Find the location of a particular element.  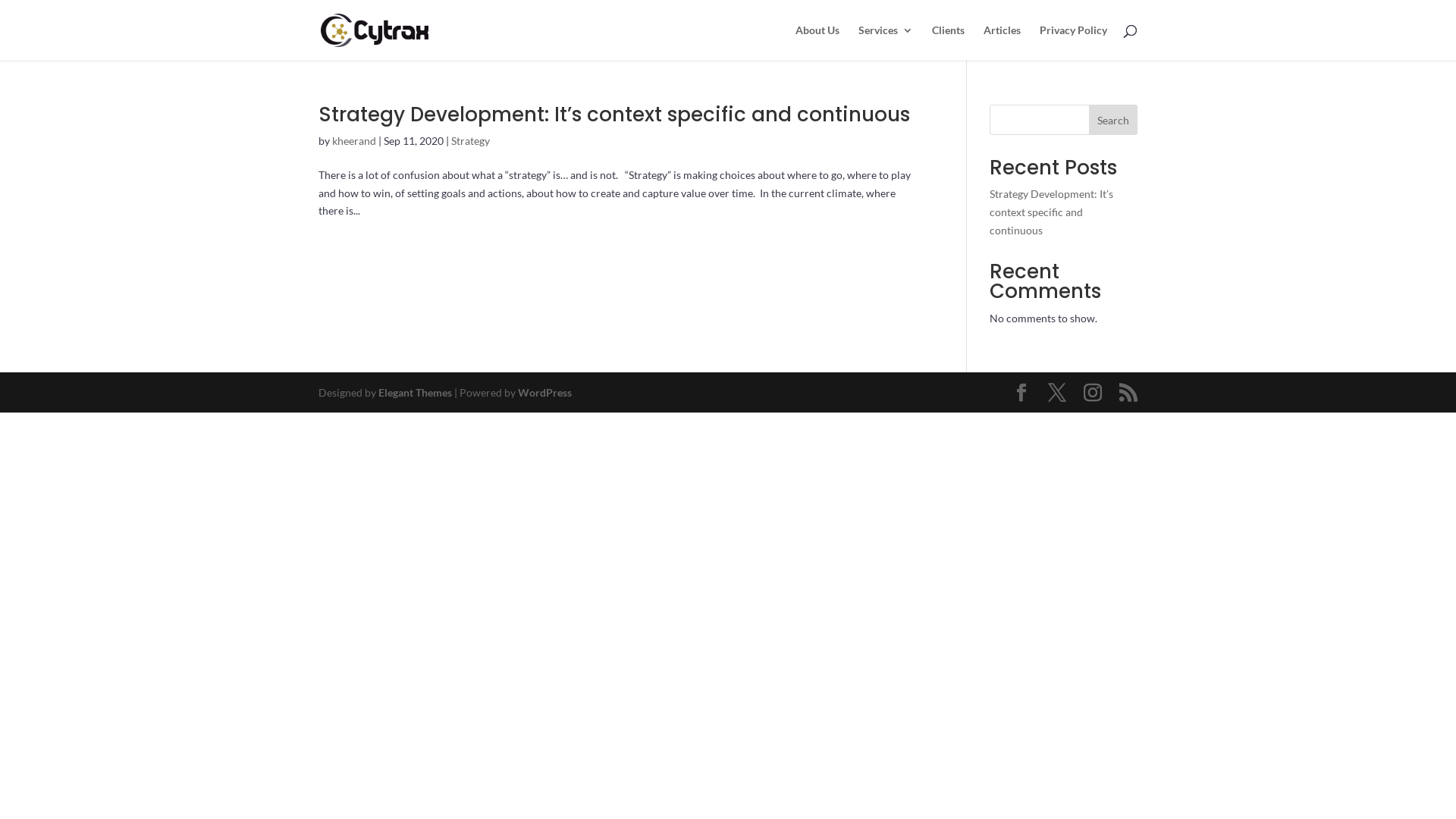

'Articles' is located at coordinates (1002, 42).